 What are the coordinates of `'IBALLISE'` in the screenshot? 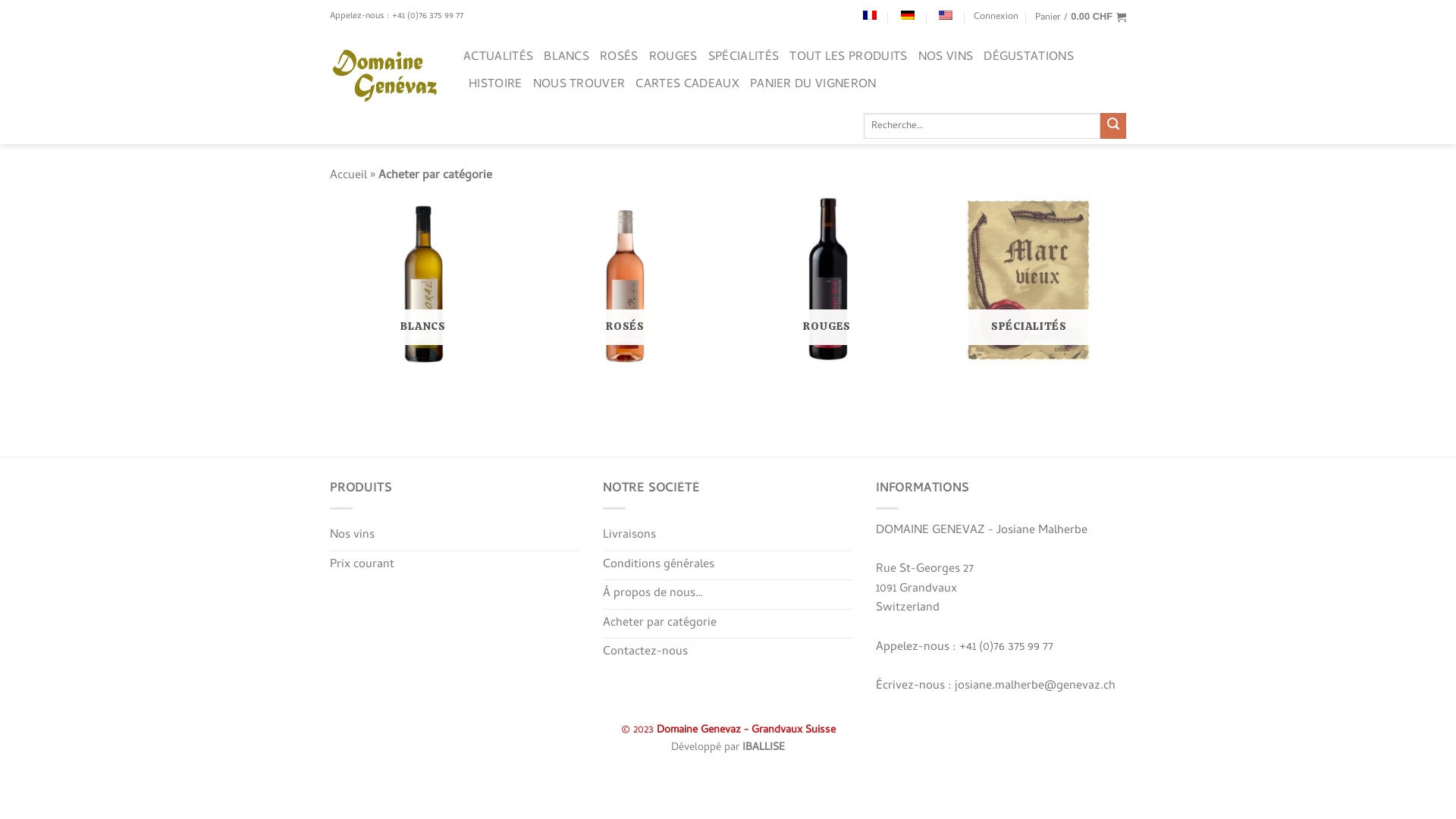 It's located at (764, 747).